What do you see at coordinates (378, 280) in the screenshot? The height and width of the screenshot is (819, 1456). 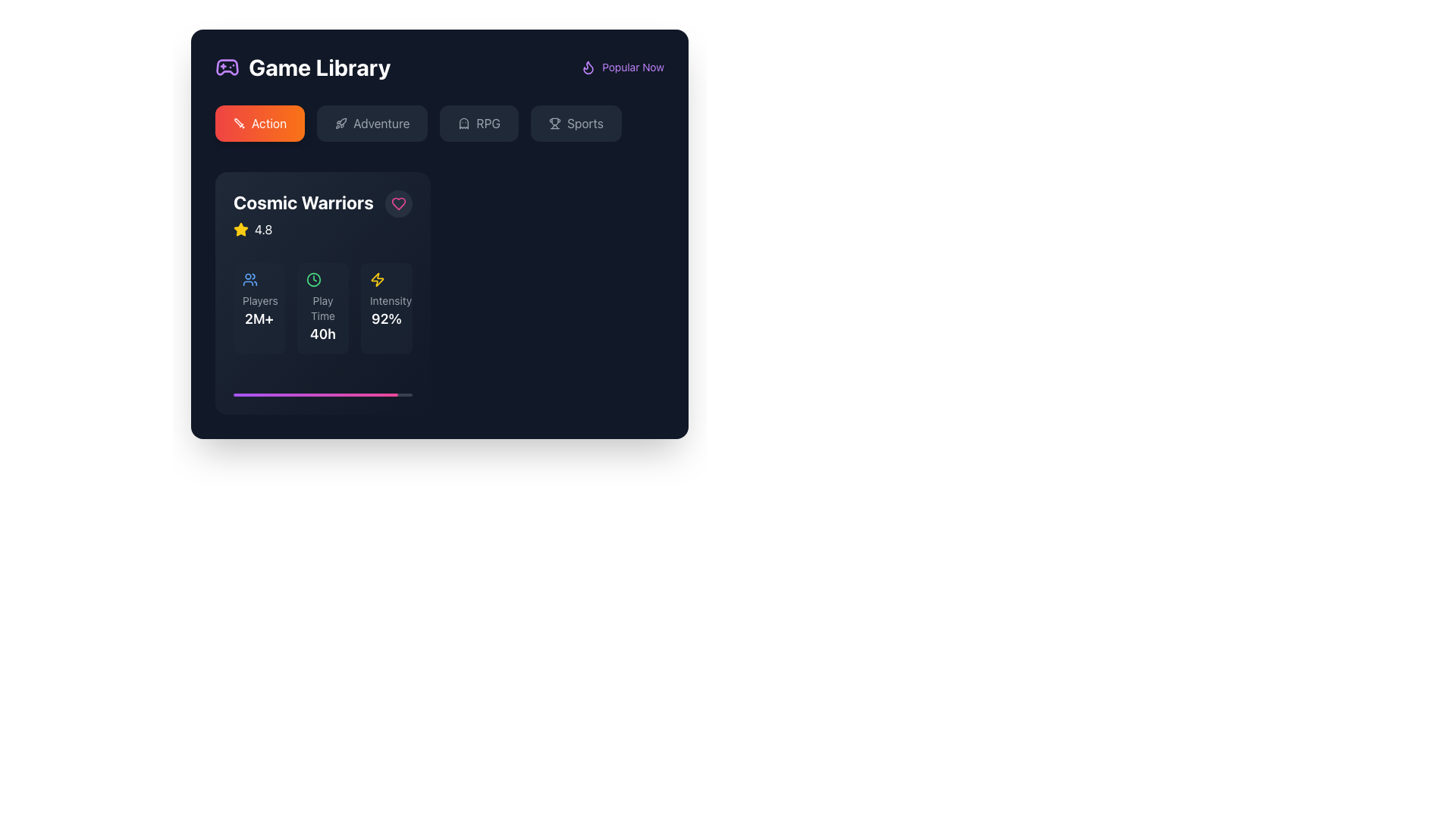 I see `the lightning bolt icon that visually represents 'Intensity' within the 'Intensity 92%' card to associate it with the textual context` at bounding box center [378, 280].